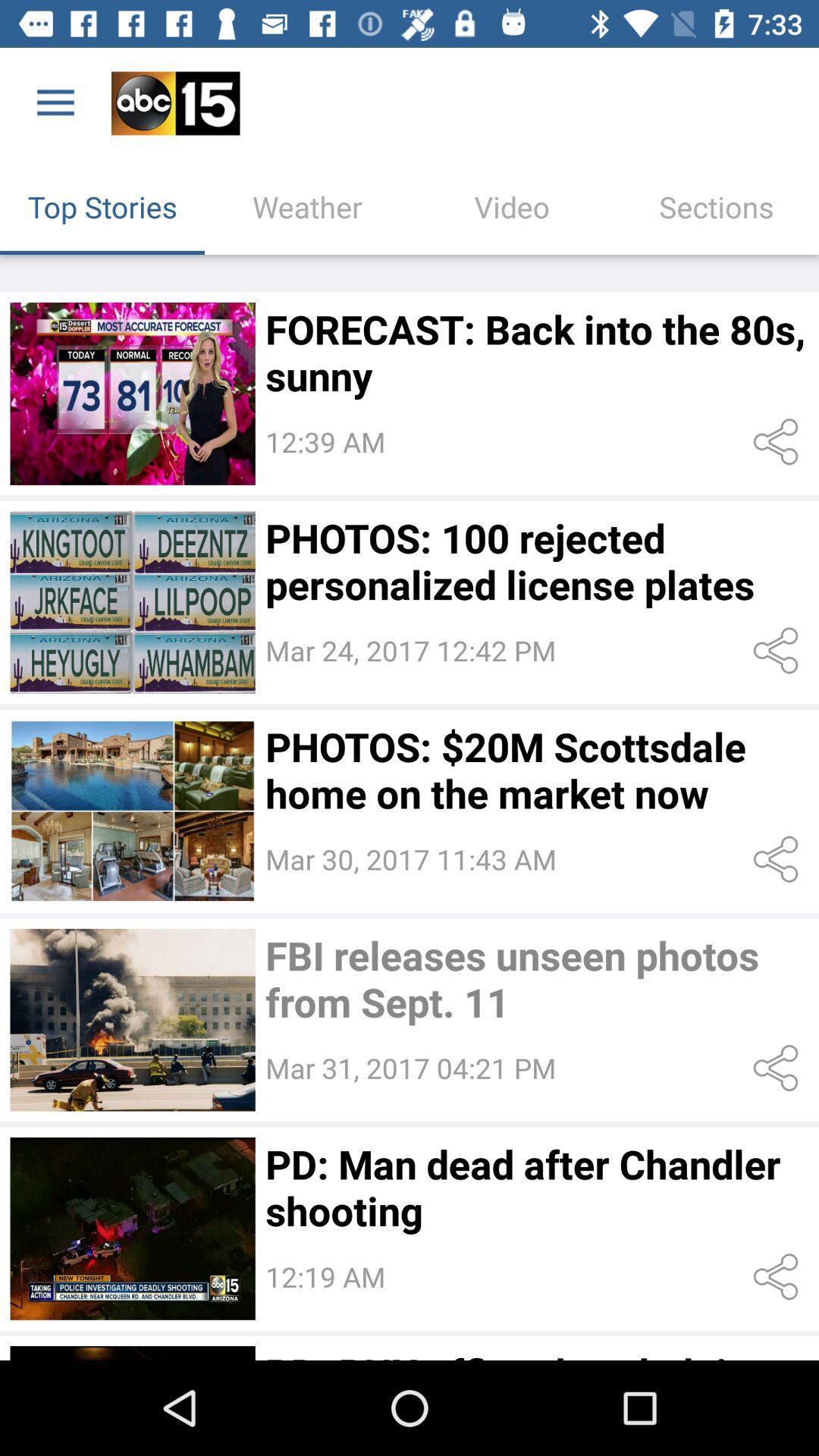  Describe the element at coordinates (132, 601) in the screenshot. I see `the license plates` at that location.